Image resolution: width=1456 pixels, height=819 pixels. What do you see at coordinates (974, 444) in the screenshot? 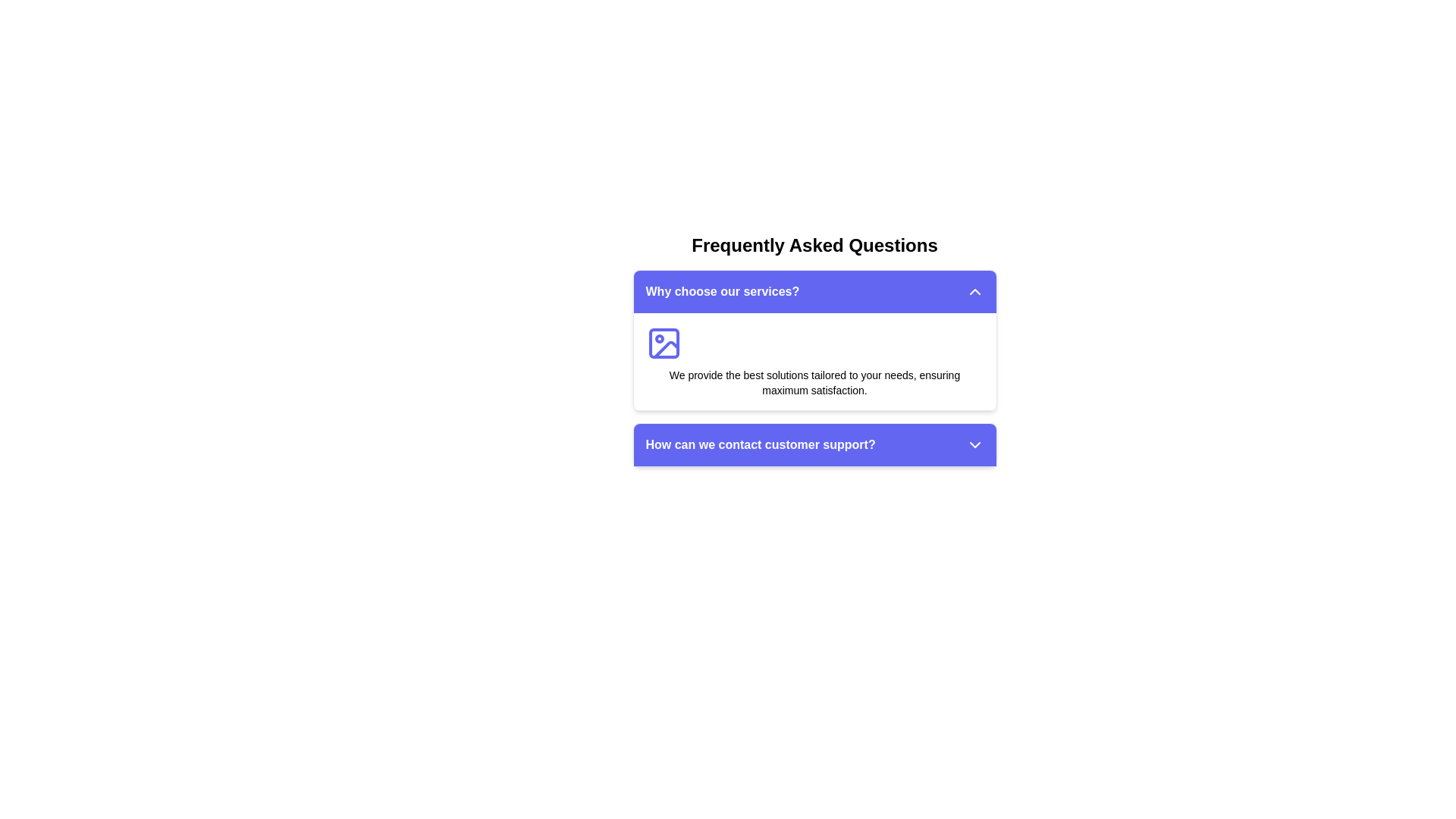
I see `the chevron-down icon located at the top-right corner of the bar labeled 'How can we contact customer support?'` at bounding box center [974, 444].